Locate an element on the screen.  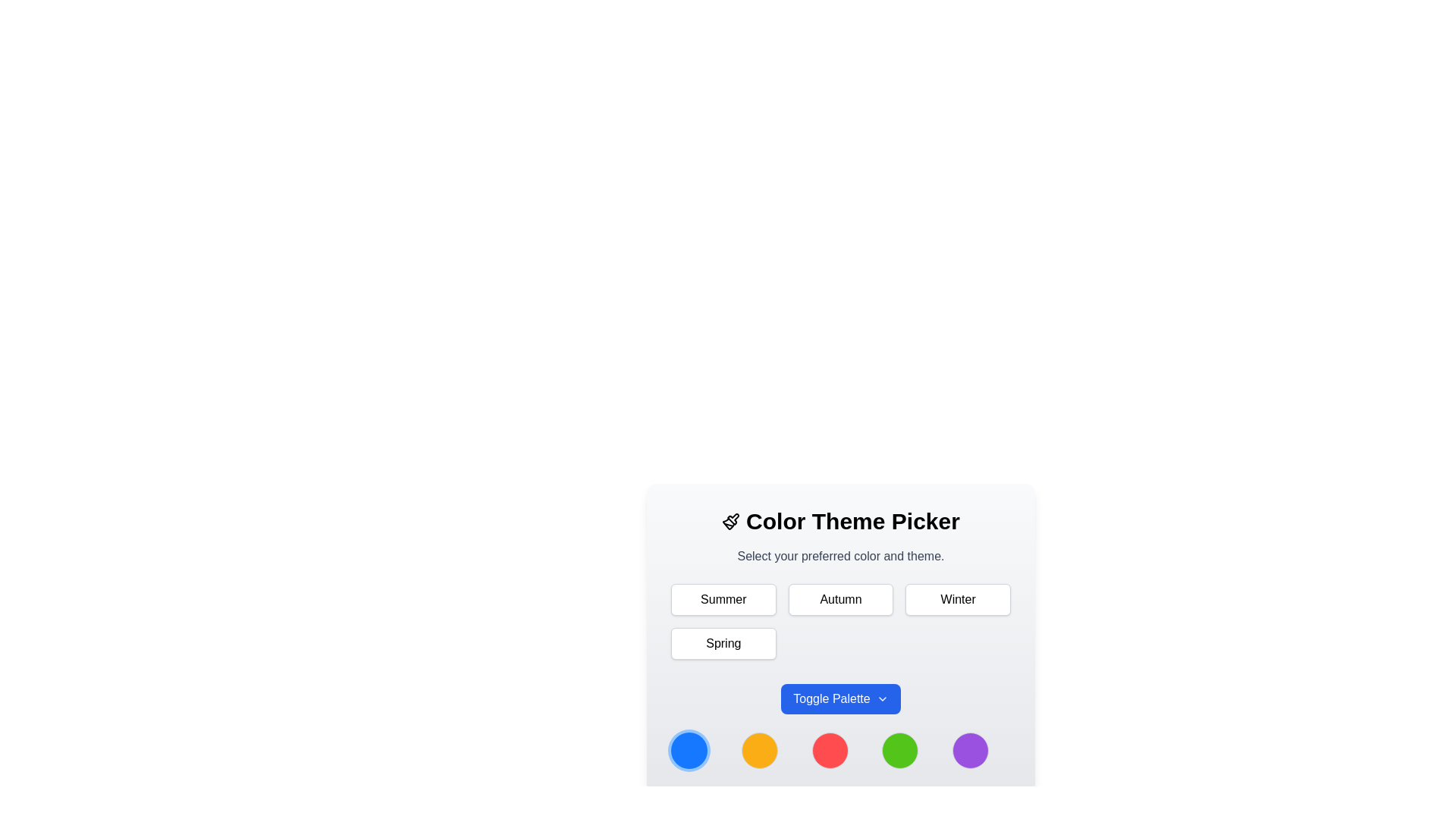
the bright red circular button in the 'Color Theme Picker' card is located at coordinates (839, 751).